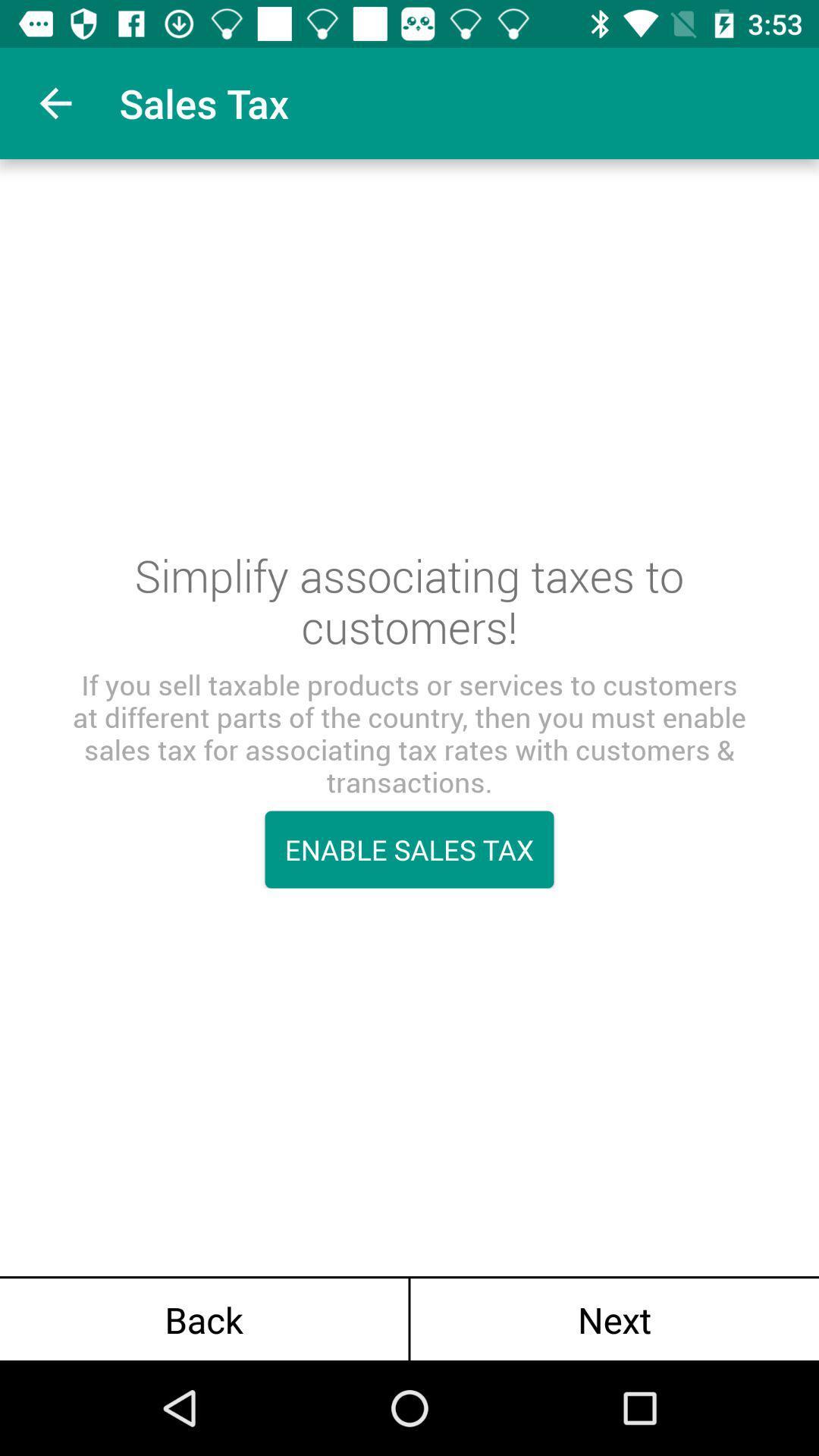  Describe the element at coordinates (55, 102) in the screenshot. I see `the item above the simplify associating taxes` at that location.